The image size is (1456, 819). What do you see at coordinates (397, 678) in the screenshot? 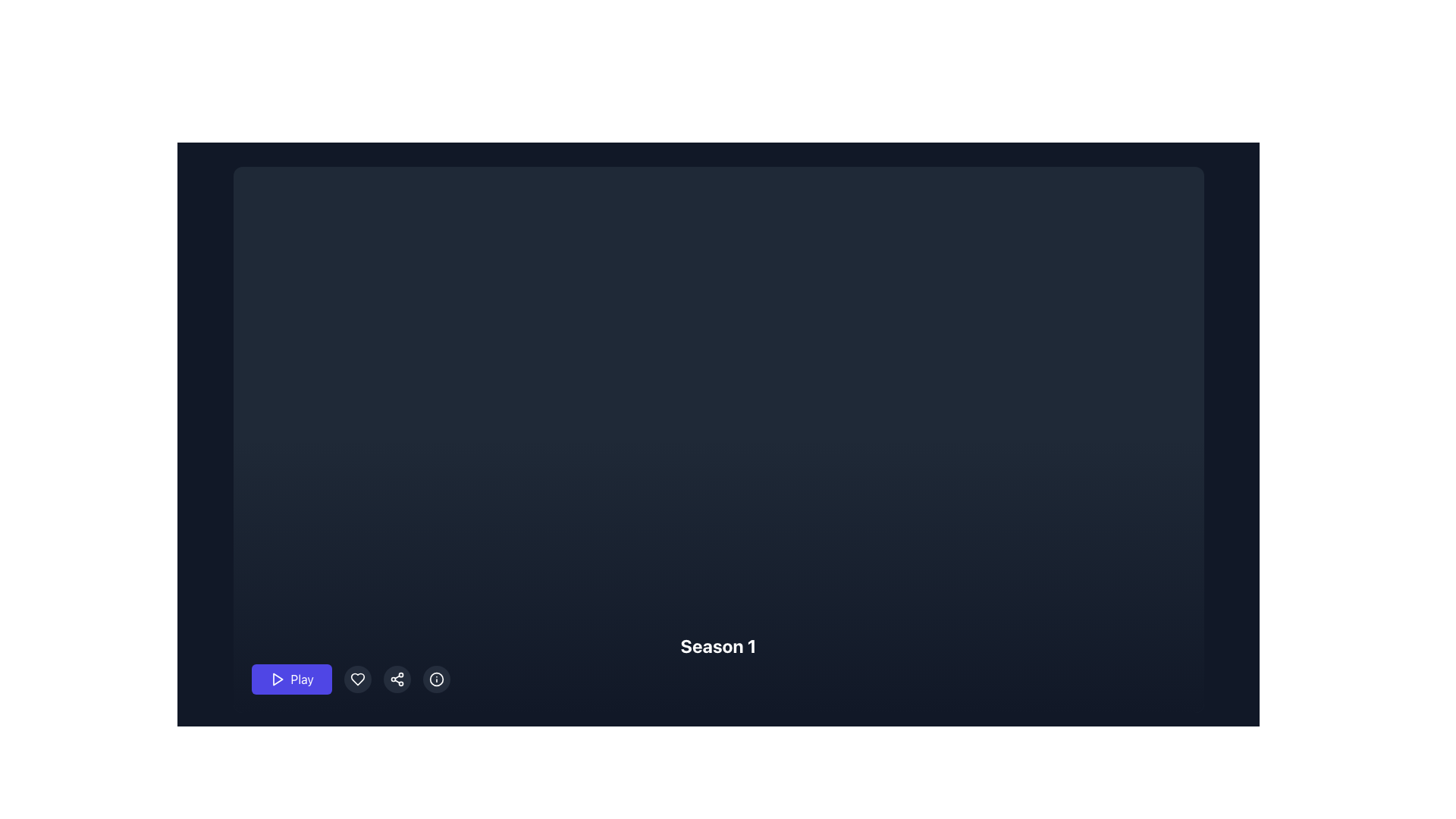
I see `the circular share button with three dots connected by lines, located between the heart-shaped button and the information icon` at bounding box center [397, 678].